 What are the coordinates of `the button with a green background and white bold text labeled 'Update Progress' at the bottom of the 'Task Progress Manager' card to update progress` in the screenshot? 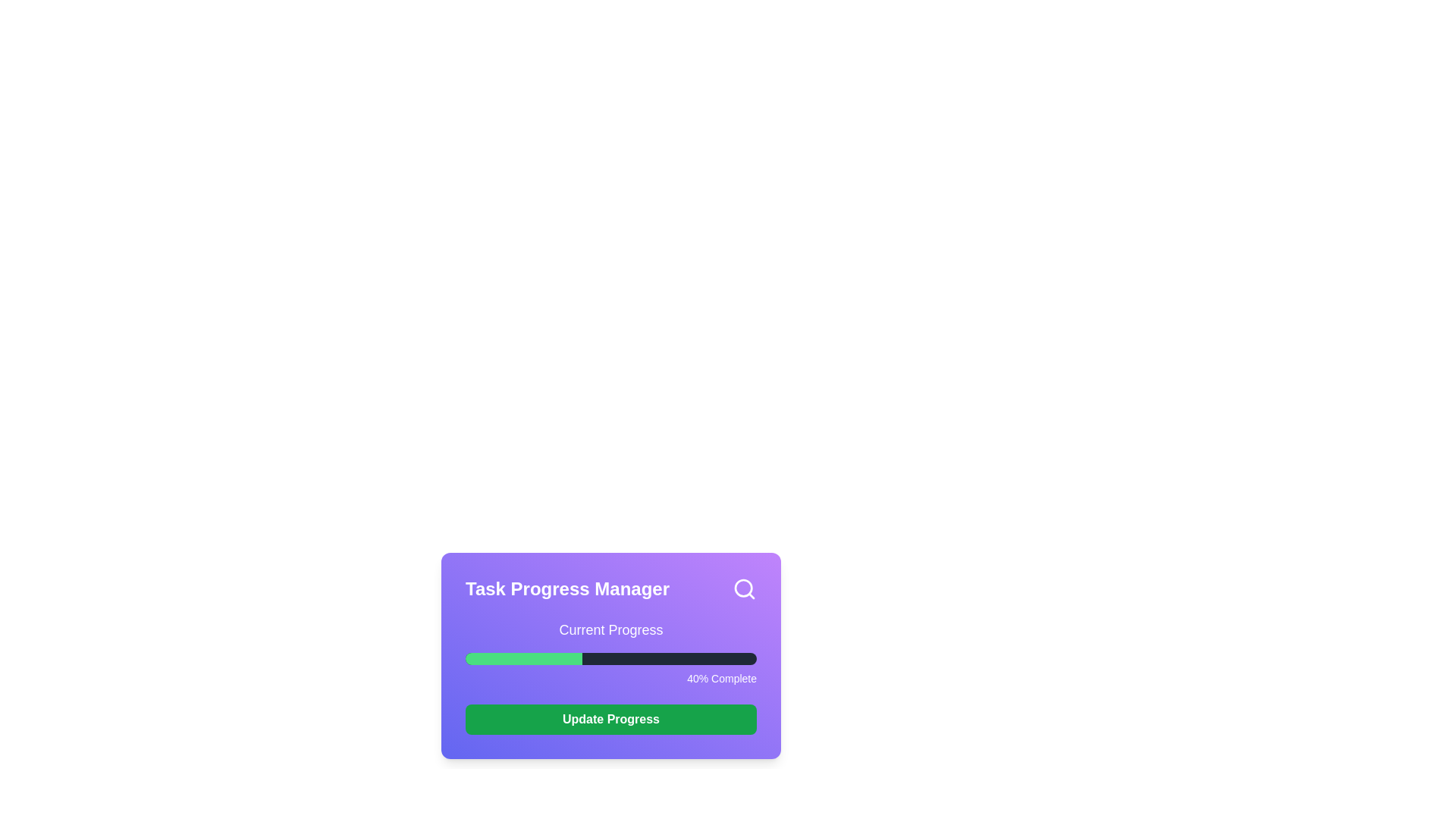 It's located at (611, 718).